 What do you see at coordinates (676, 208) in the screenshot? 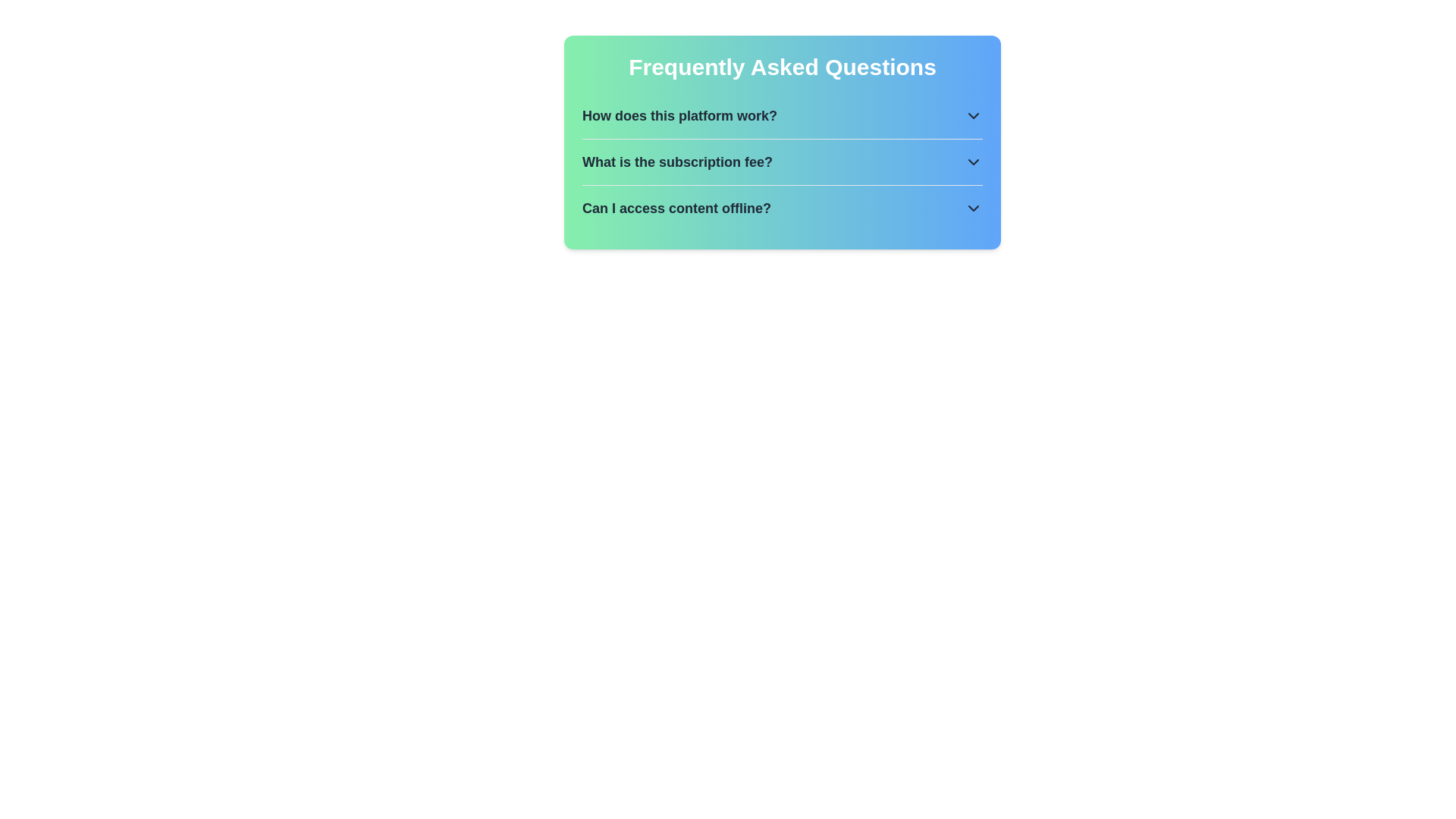
I see `the text label 'Can I access content offline?'` at bounding box center [676, 208].